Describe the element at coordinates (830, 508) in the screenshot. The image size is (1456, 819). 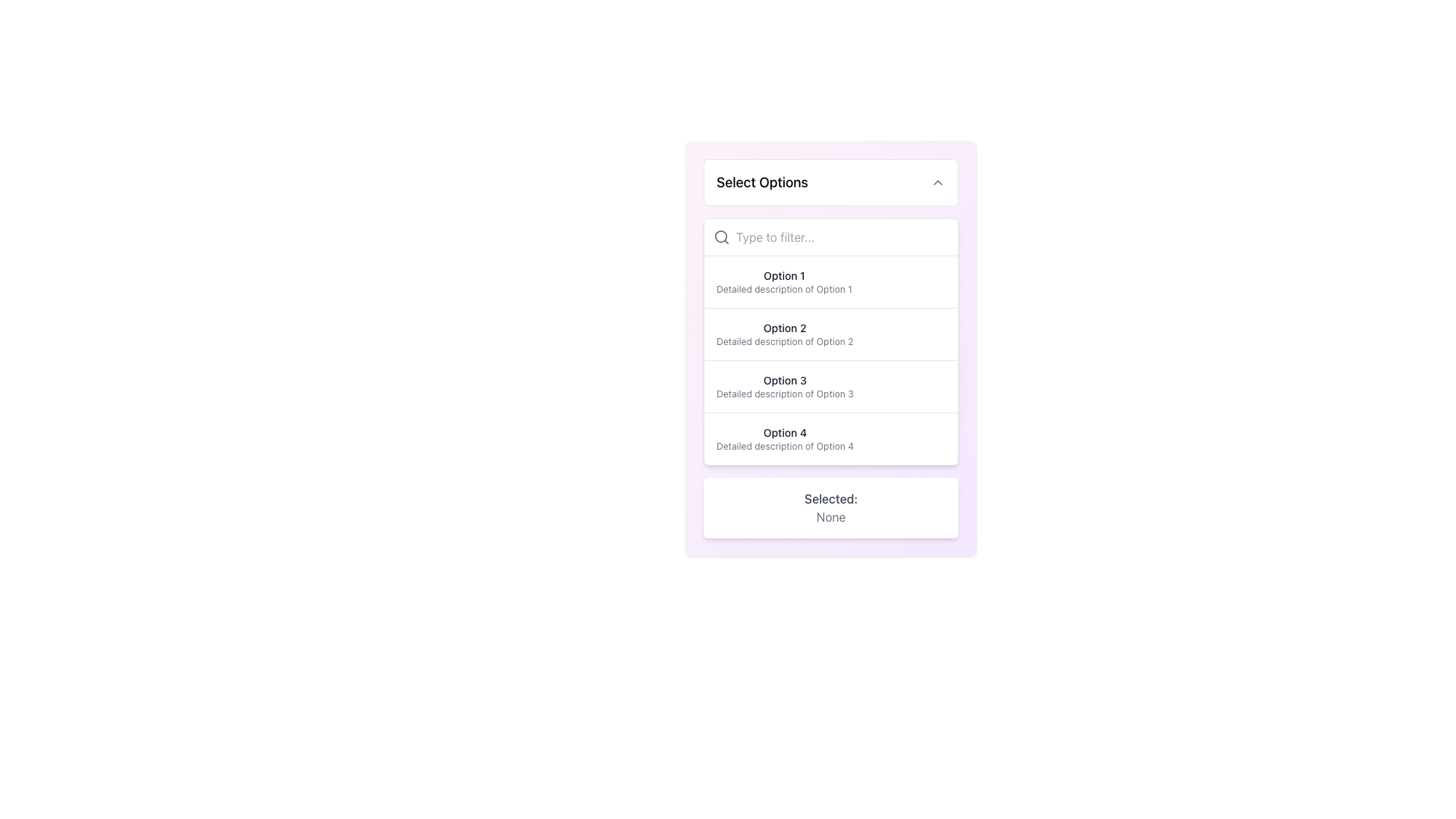
I see `the informational display box that shows the current selection status, which initially indicates 'None'` at that location.